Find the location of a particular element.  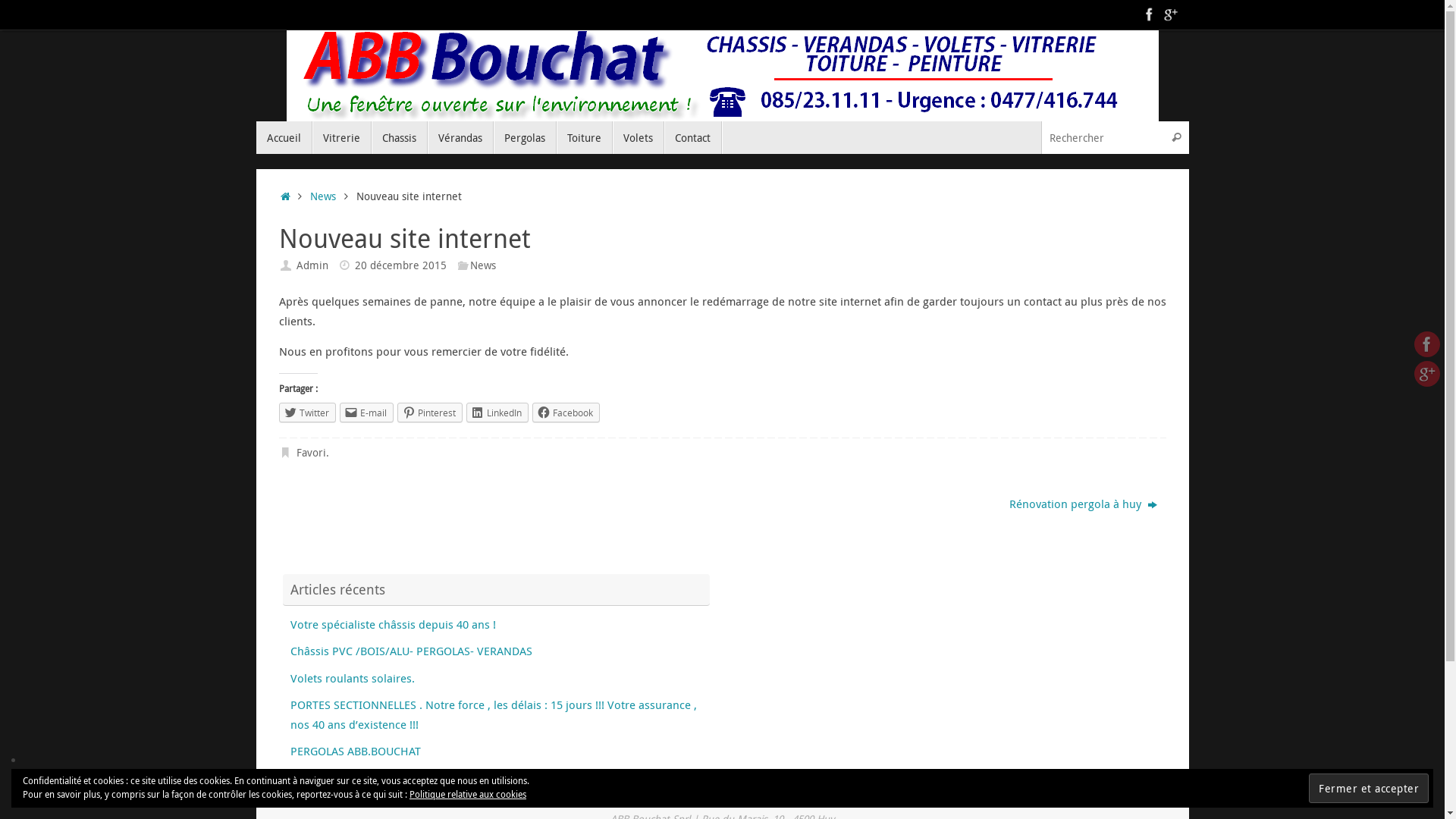

'Admin' is located at coordinates (312, 263).